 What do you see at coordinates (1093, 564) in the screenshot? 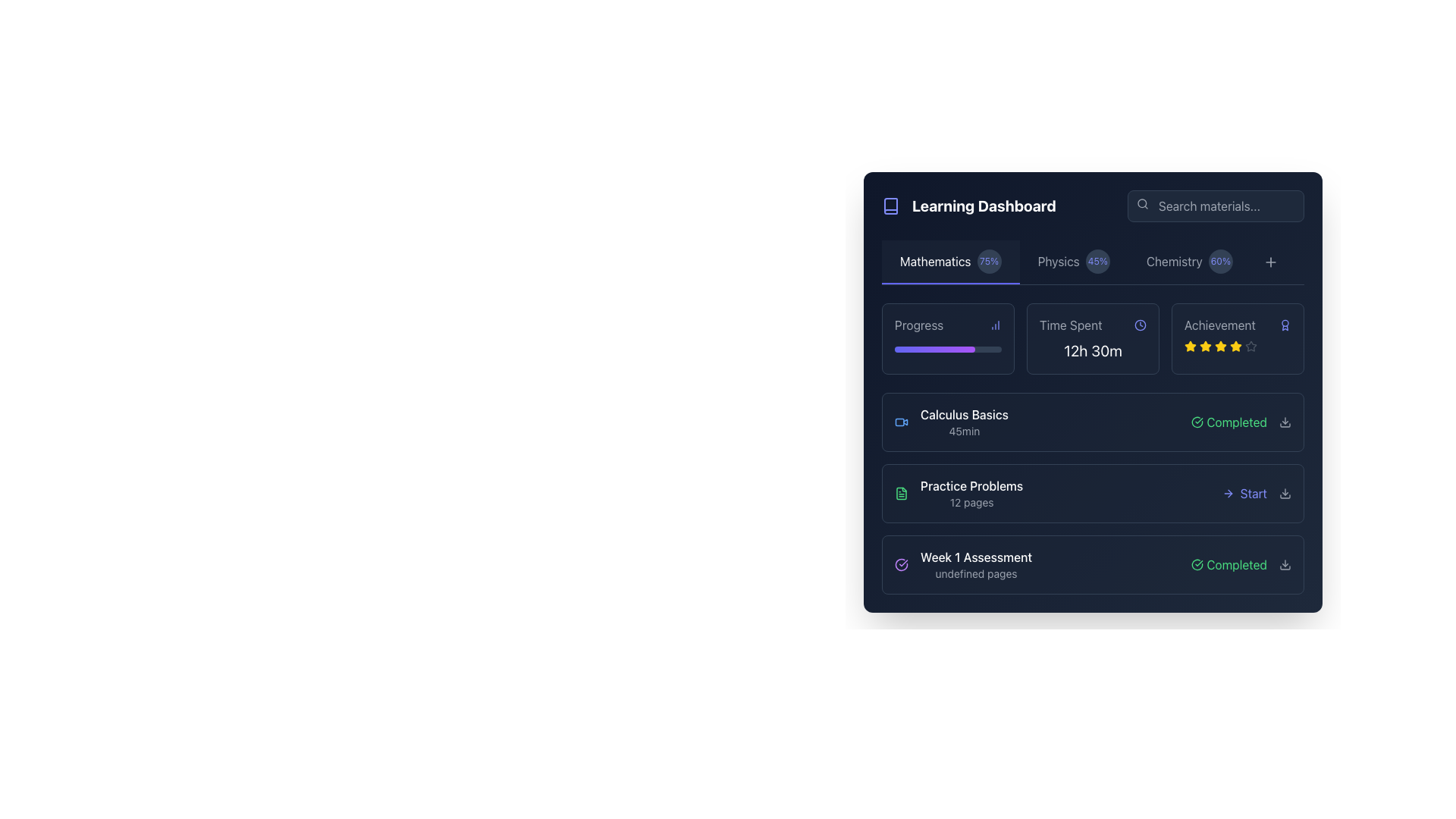
I see `the task card labeled 'Week 1 Assessment' that indicates 'Completed' status, located at the bottom of the vertical list on the right side of the dashboard interface` at bounding box center [1093, 564].